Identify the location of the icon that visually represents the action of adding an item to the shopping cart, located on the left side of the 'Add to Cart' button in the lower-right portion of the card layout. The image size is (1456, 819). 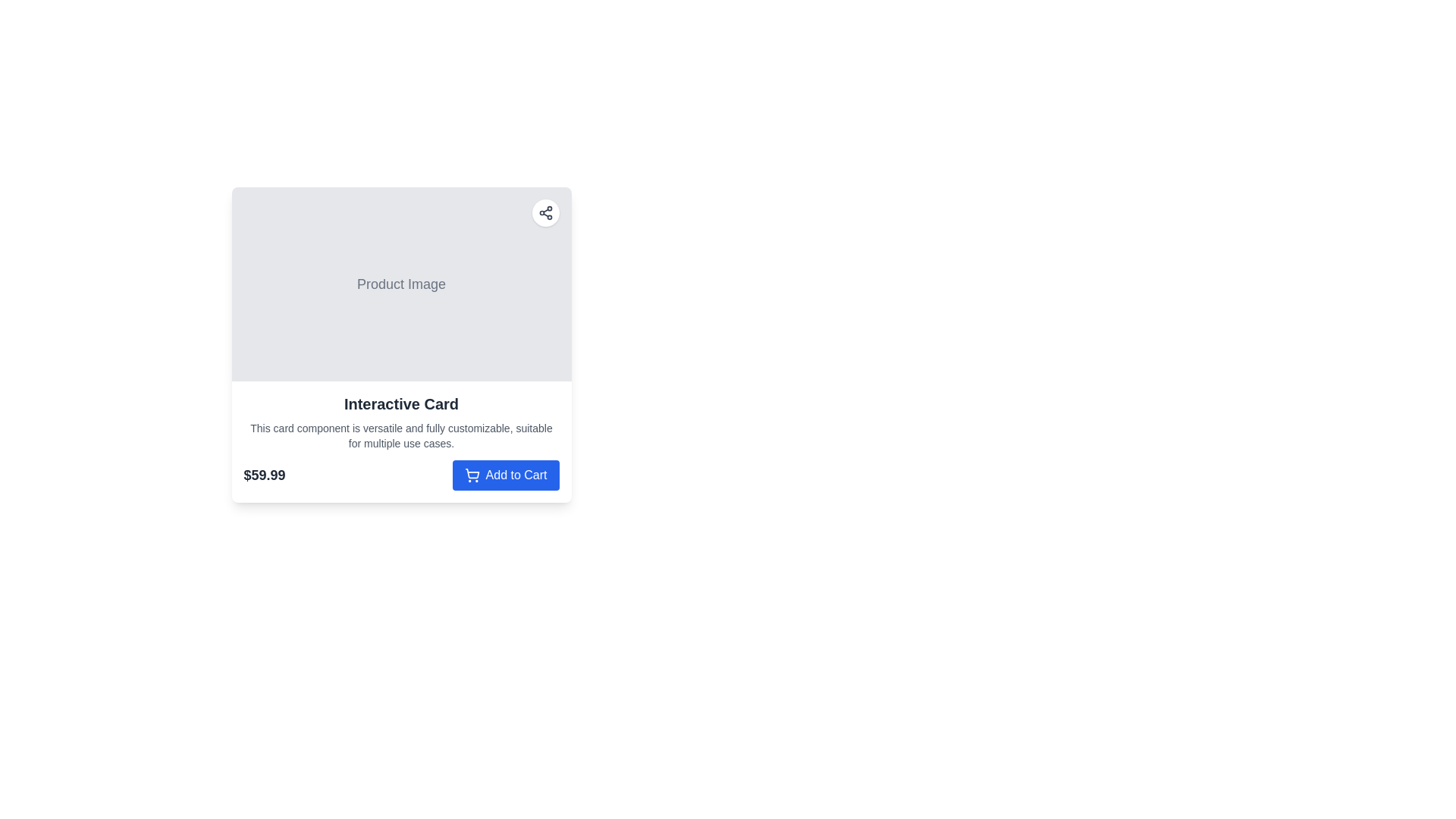
(471, 475).